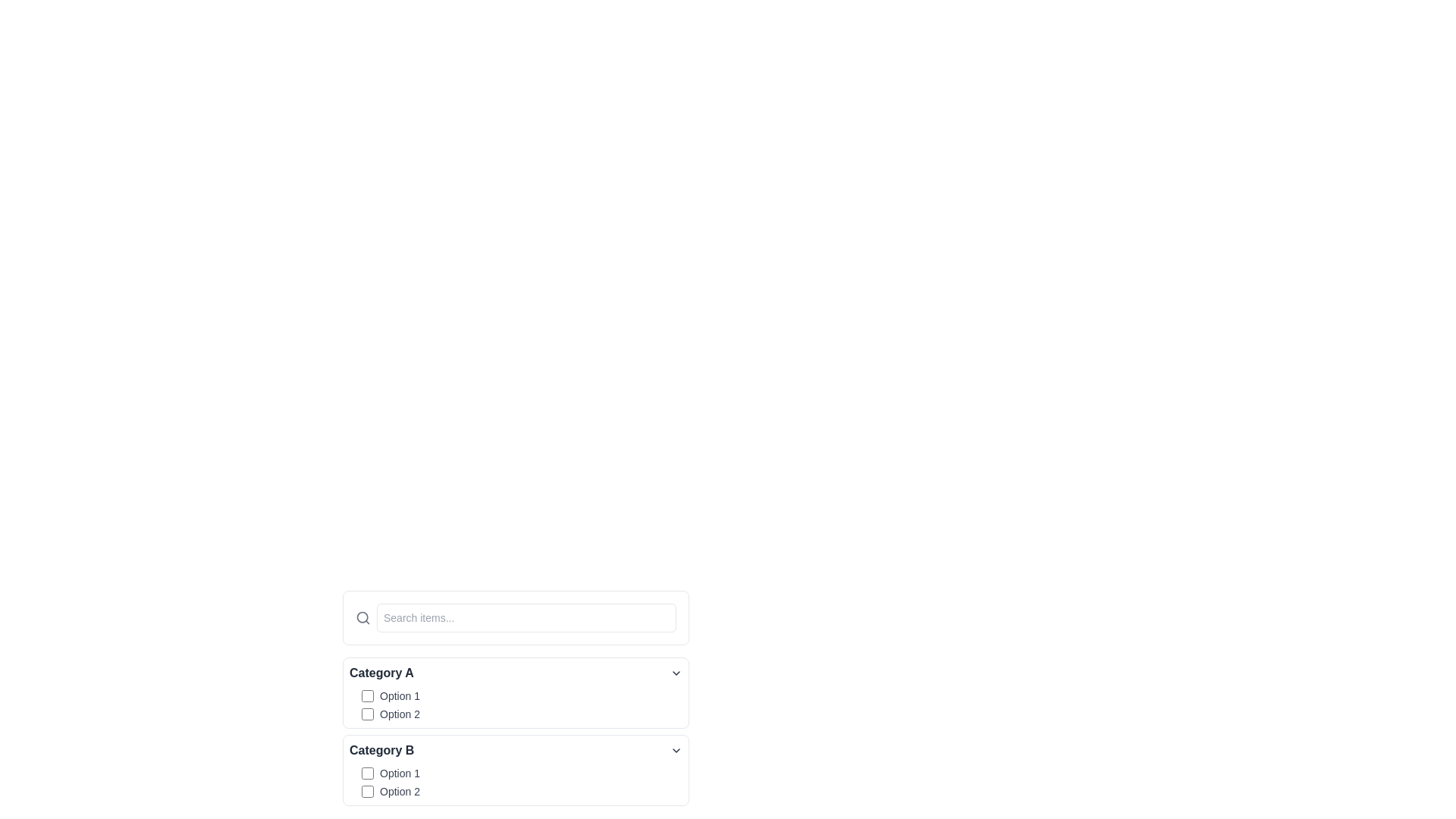 Image resolution: width=1456 pixels, height=819 pixels. I want to click on the checkbox located to the left of the label 'Option 1' under 'Category B', so click(367, 773).